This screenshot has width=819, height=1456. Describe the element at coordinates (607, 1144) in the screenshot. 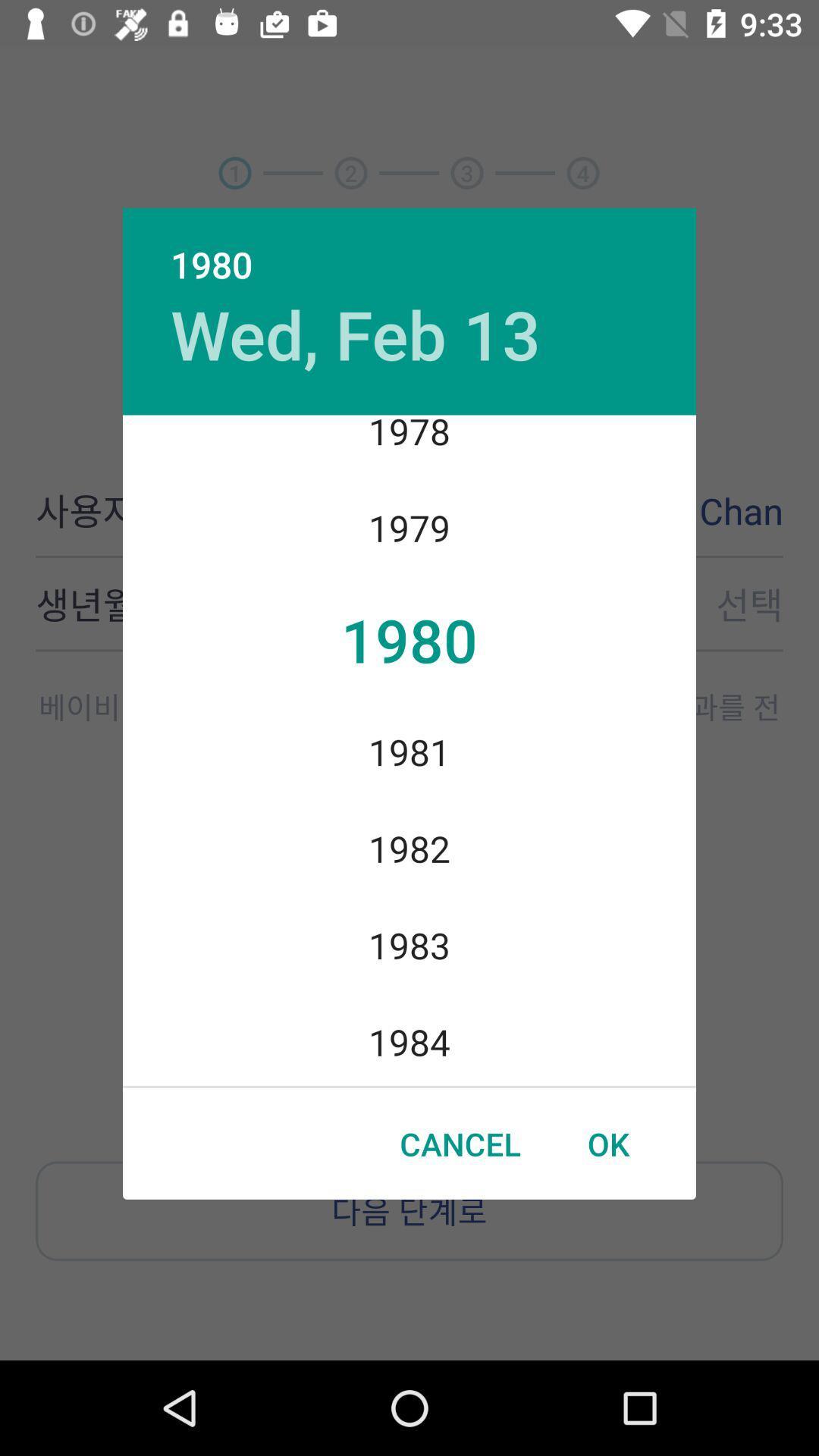

I see `the ok item` at that location.